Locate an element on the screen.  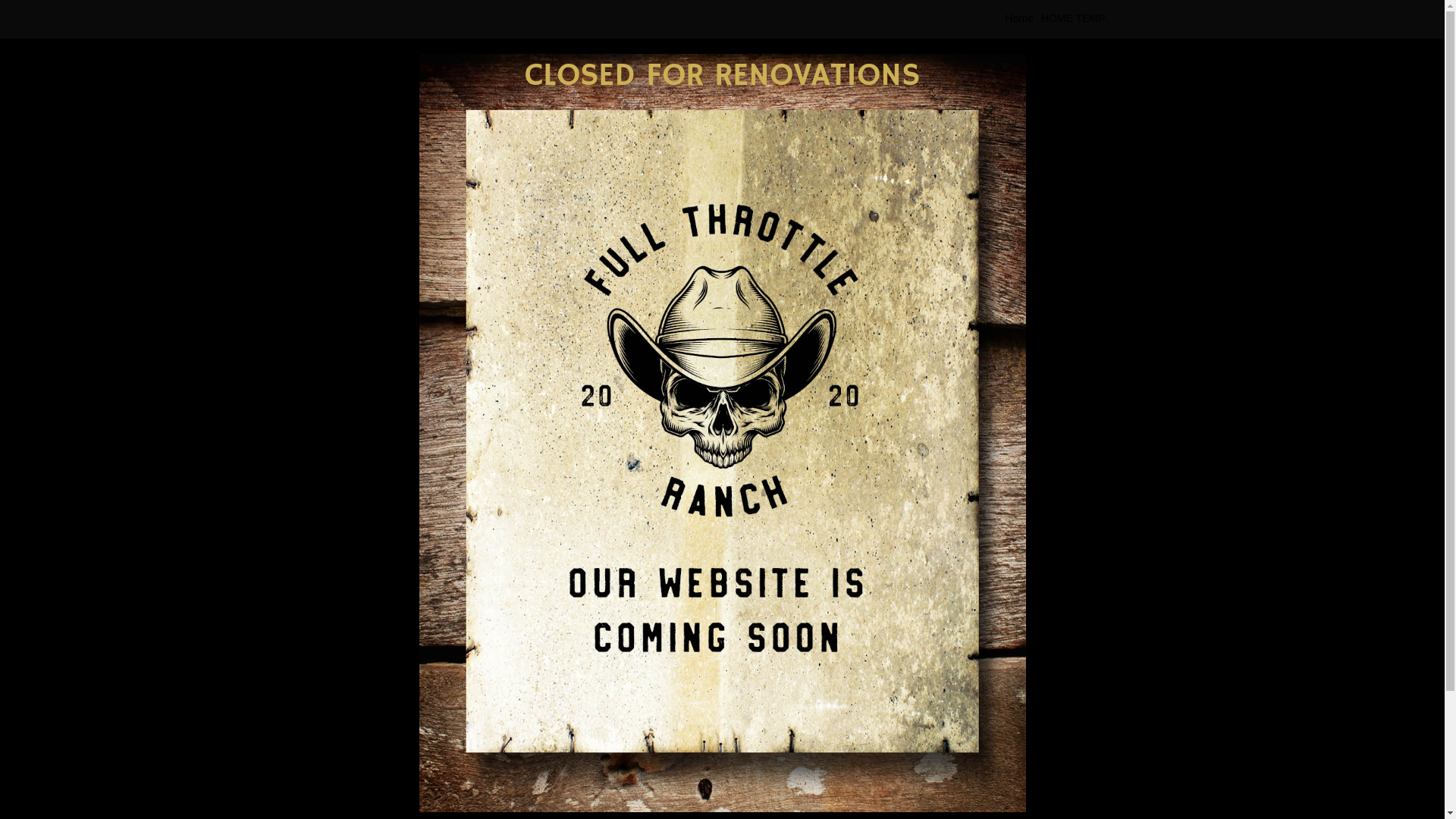
'Home' is located at coordinates (1001, 18).